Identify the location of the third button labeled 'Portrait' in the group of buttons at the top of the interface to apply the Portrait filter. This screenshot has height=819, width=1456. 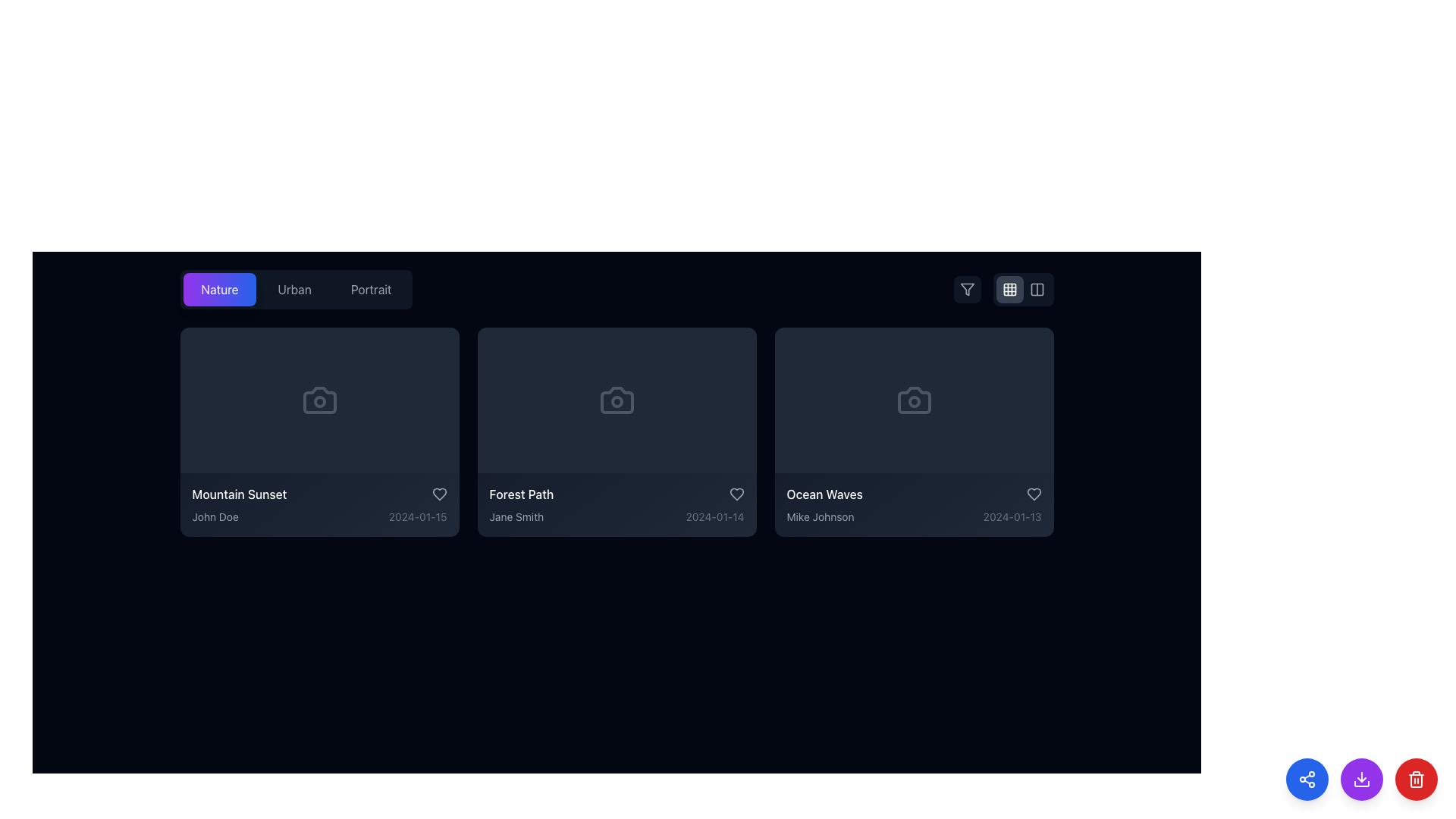
(371, 289).